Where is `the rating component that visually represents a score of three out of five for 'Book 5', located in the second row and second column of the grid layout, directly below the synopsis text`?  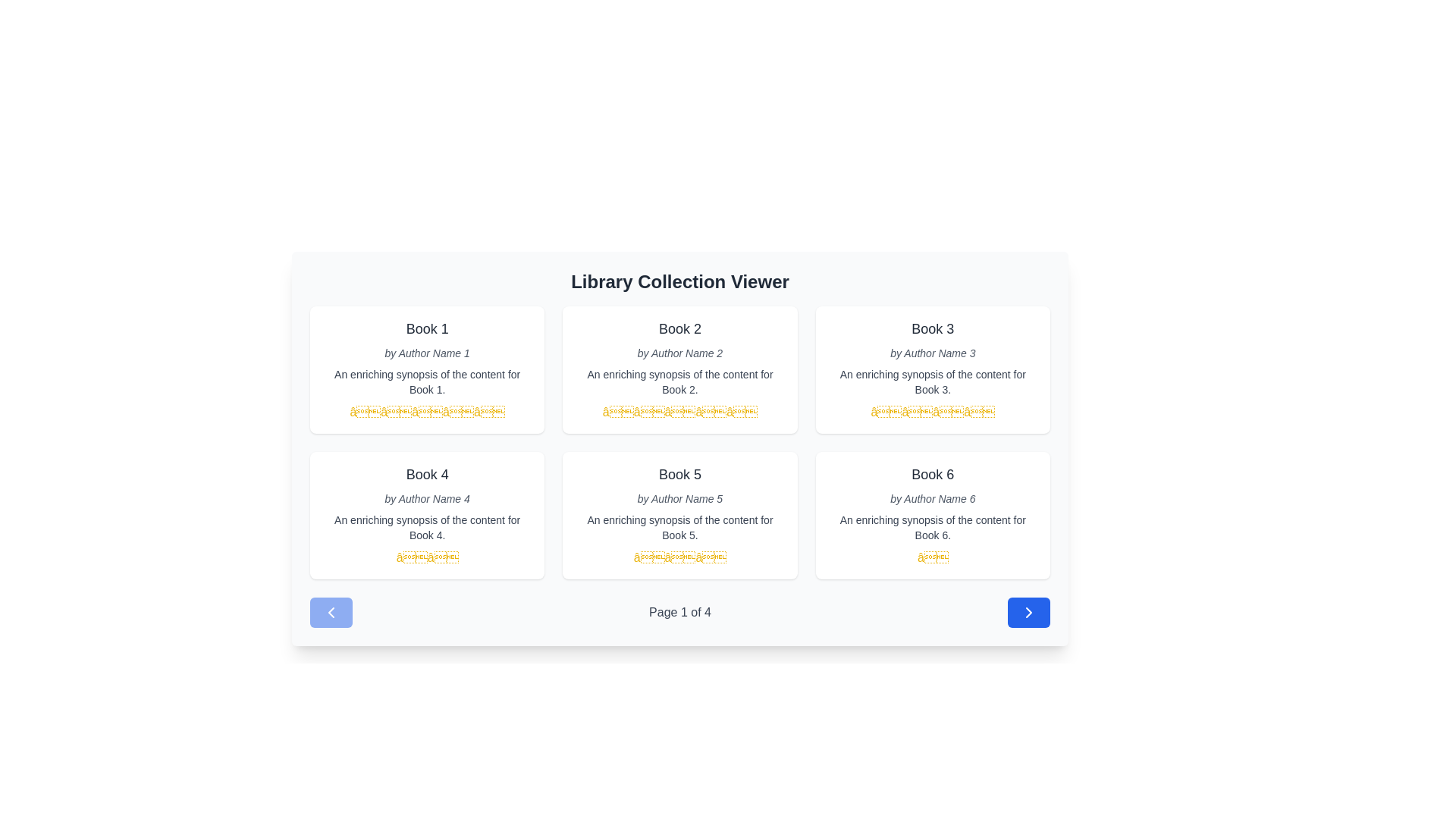
the rating component that visually represents a score of three out of five for 'Book 5', located in the second row and second column of the grid layout, directly below the synopsis text is located at coordinates (679, 558).